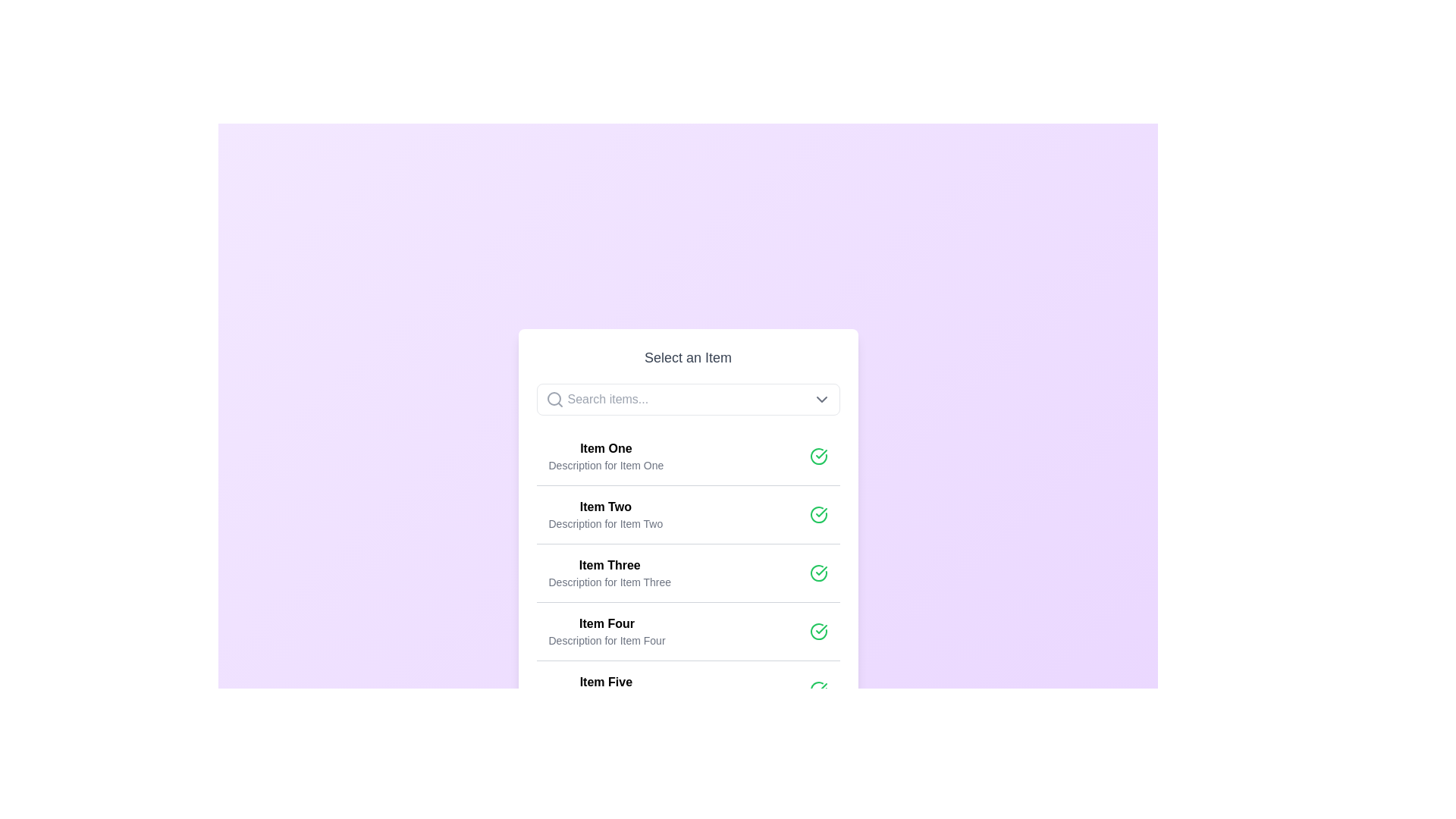  I want to click on the third list item located below the heading 'Select an Item' and the search bar, so click(610, 573).